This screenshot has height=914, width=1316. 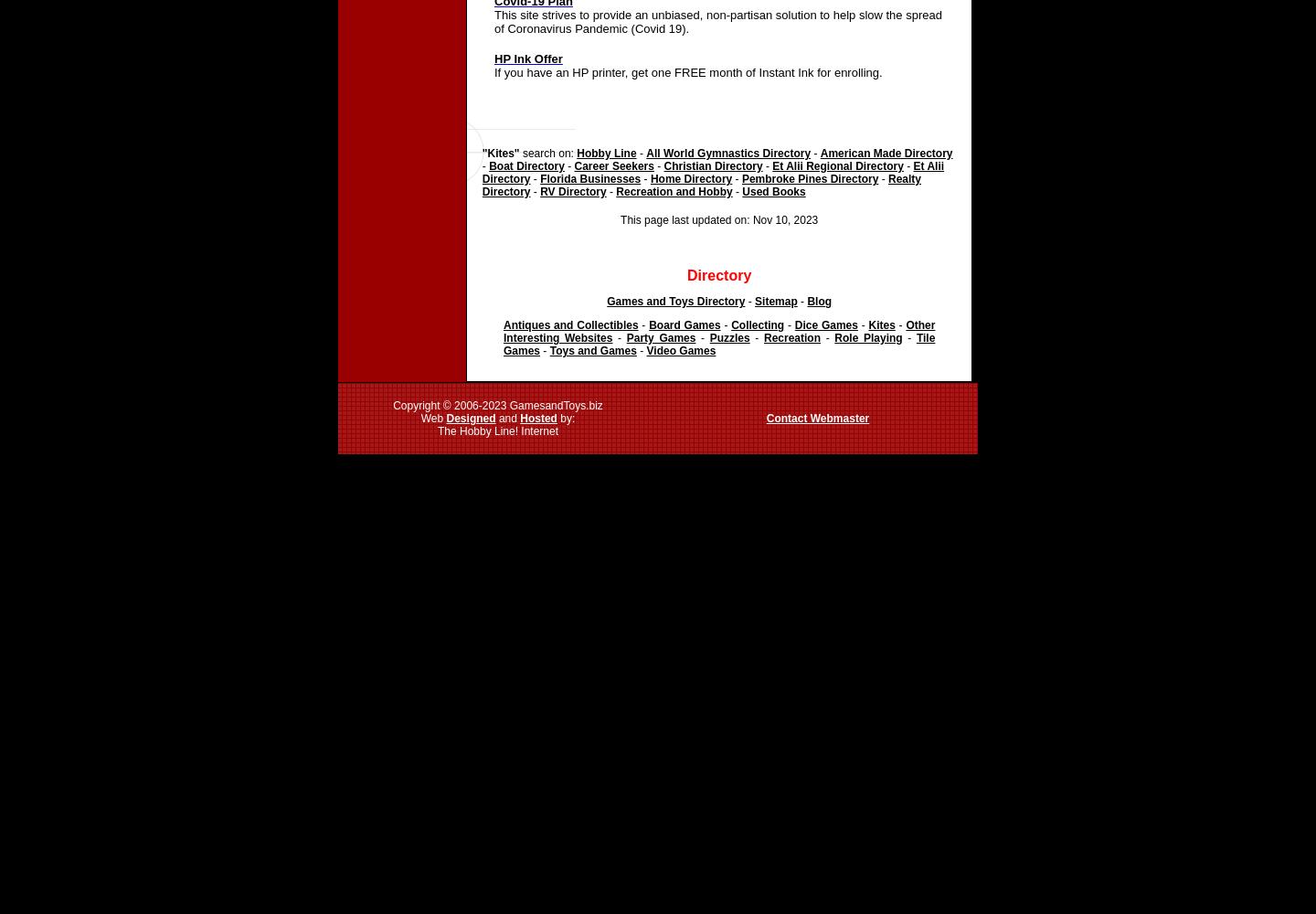 I want to click on 'American Made Directory', so click(x=818, y=154).